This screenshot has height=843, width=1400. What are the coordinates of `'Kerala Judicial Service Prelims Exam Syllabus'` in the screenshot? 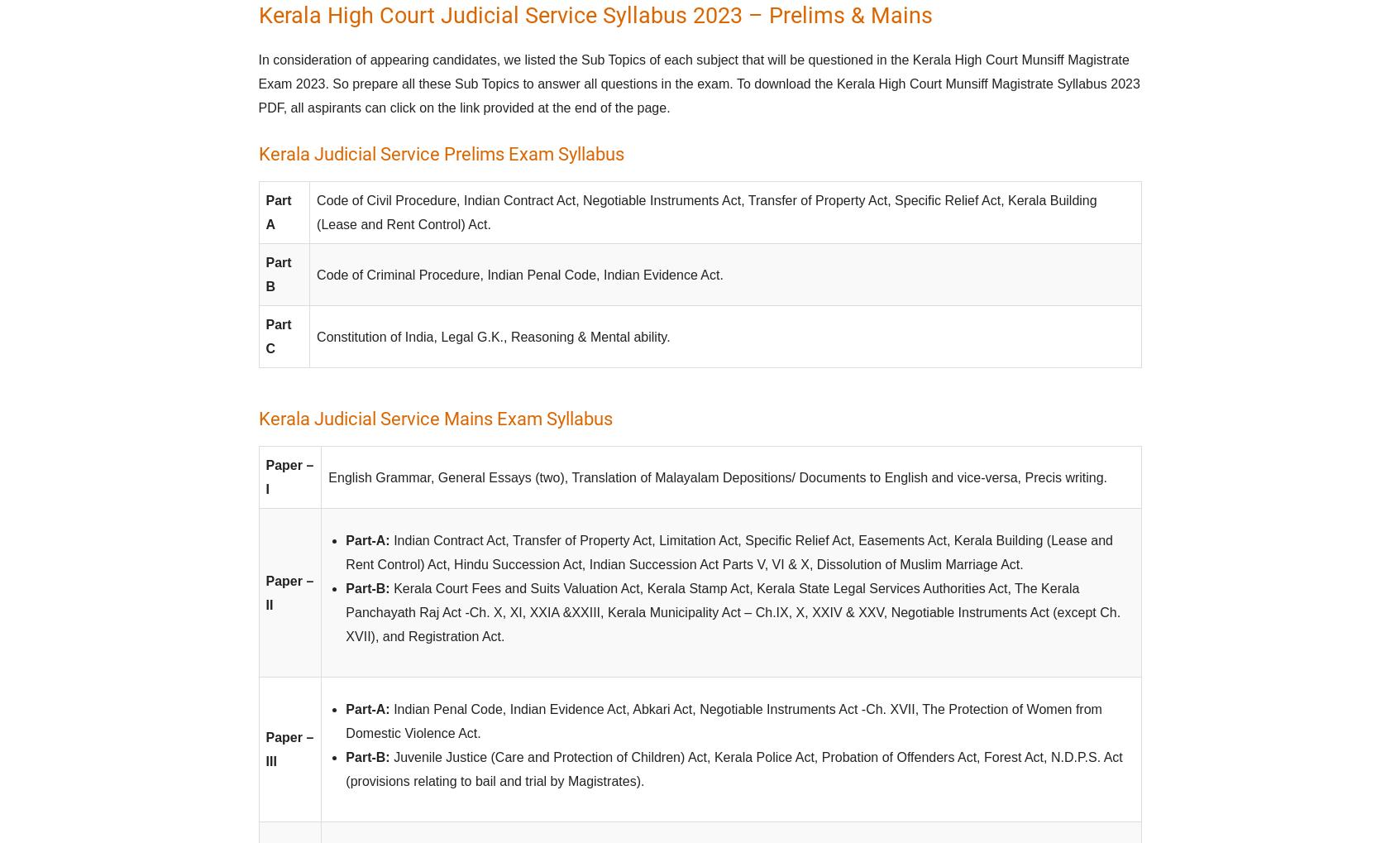 It's located at (257, 153).